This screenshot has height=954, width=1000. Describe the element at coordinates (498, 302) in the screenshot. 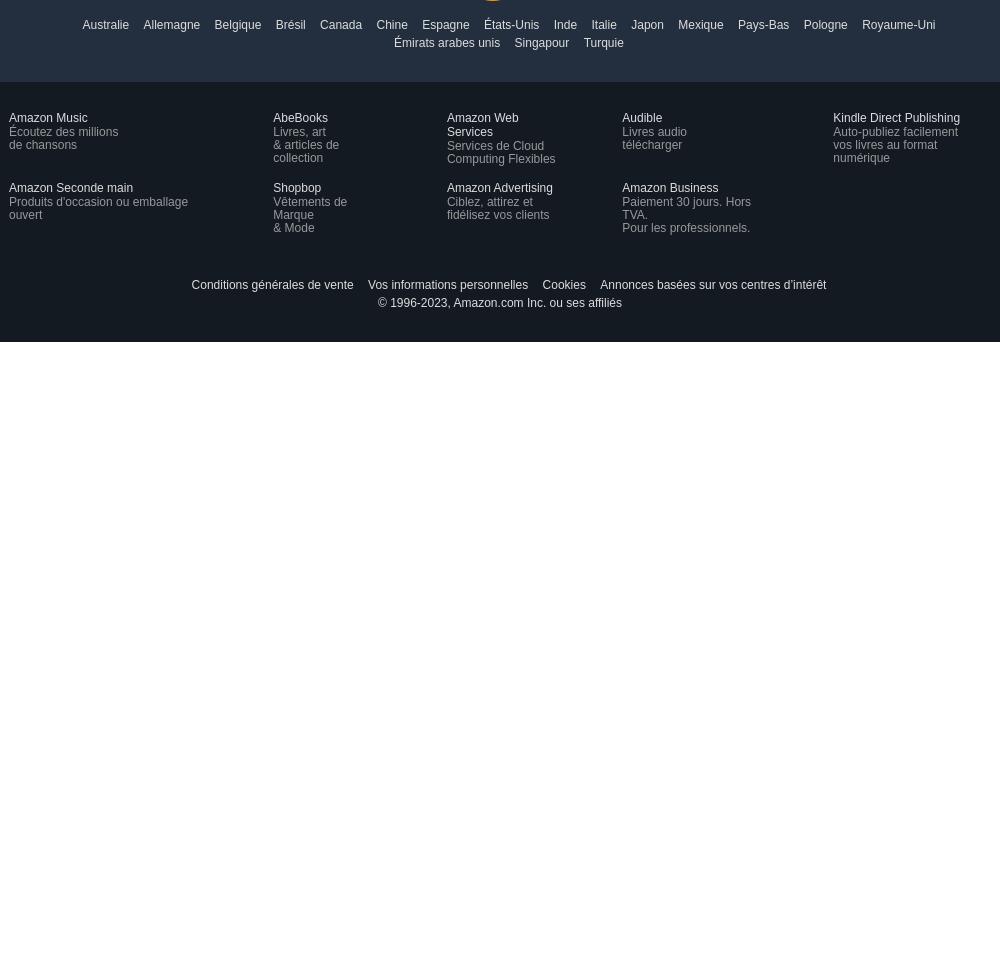

I see `'© 1996-2023, Amazon.com Inc. ou ses affiliés'` at that location.